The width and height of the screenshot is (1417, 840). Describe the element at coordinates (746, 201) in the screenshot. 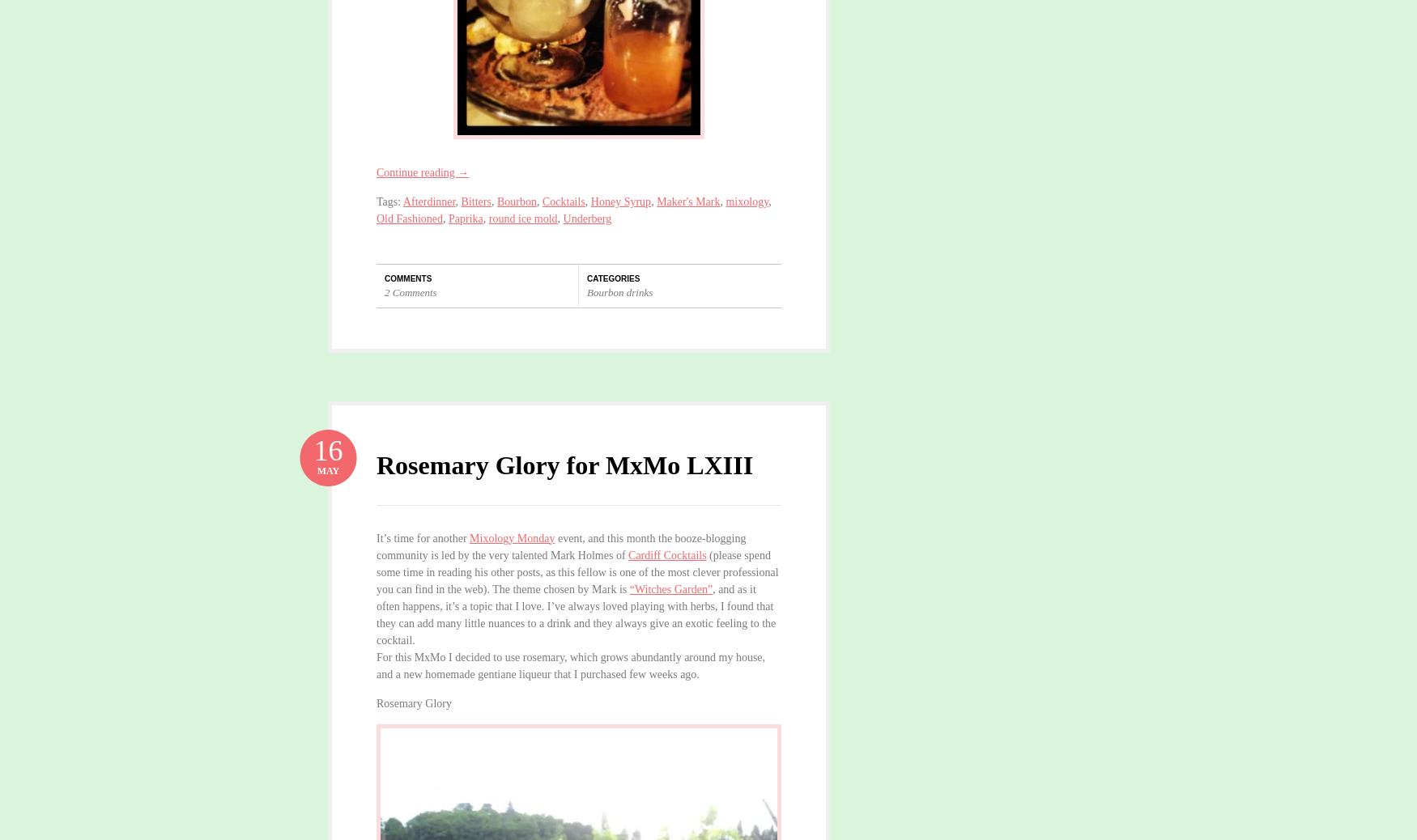

I see `'mixology'` at that location.